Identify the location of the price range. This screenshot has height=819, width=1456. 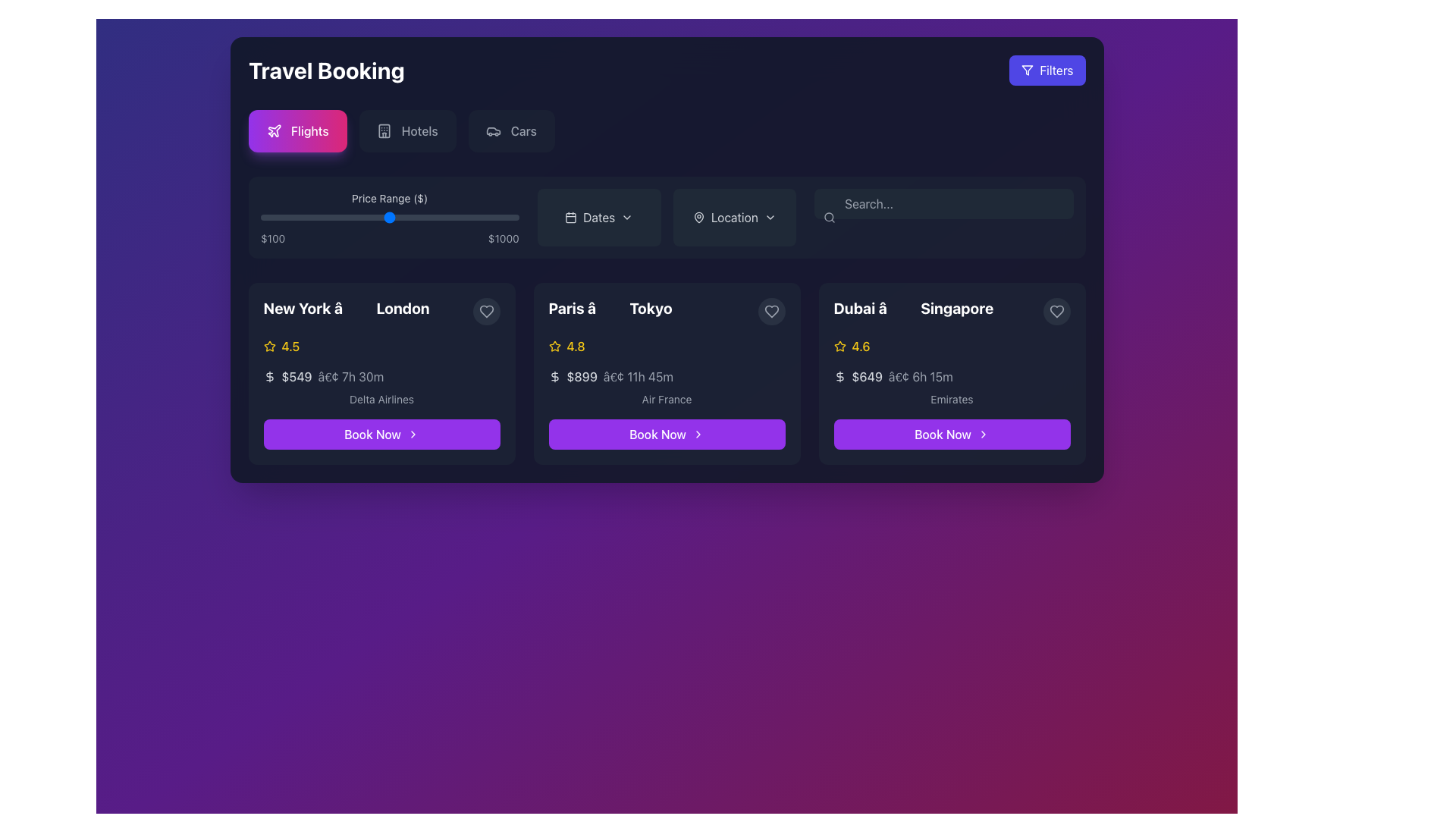
(325, 217).